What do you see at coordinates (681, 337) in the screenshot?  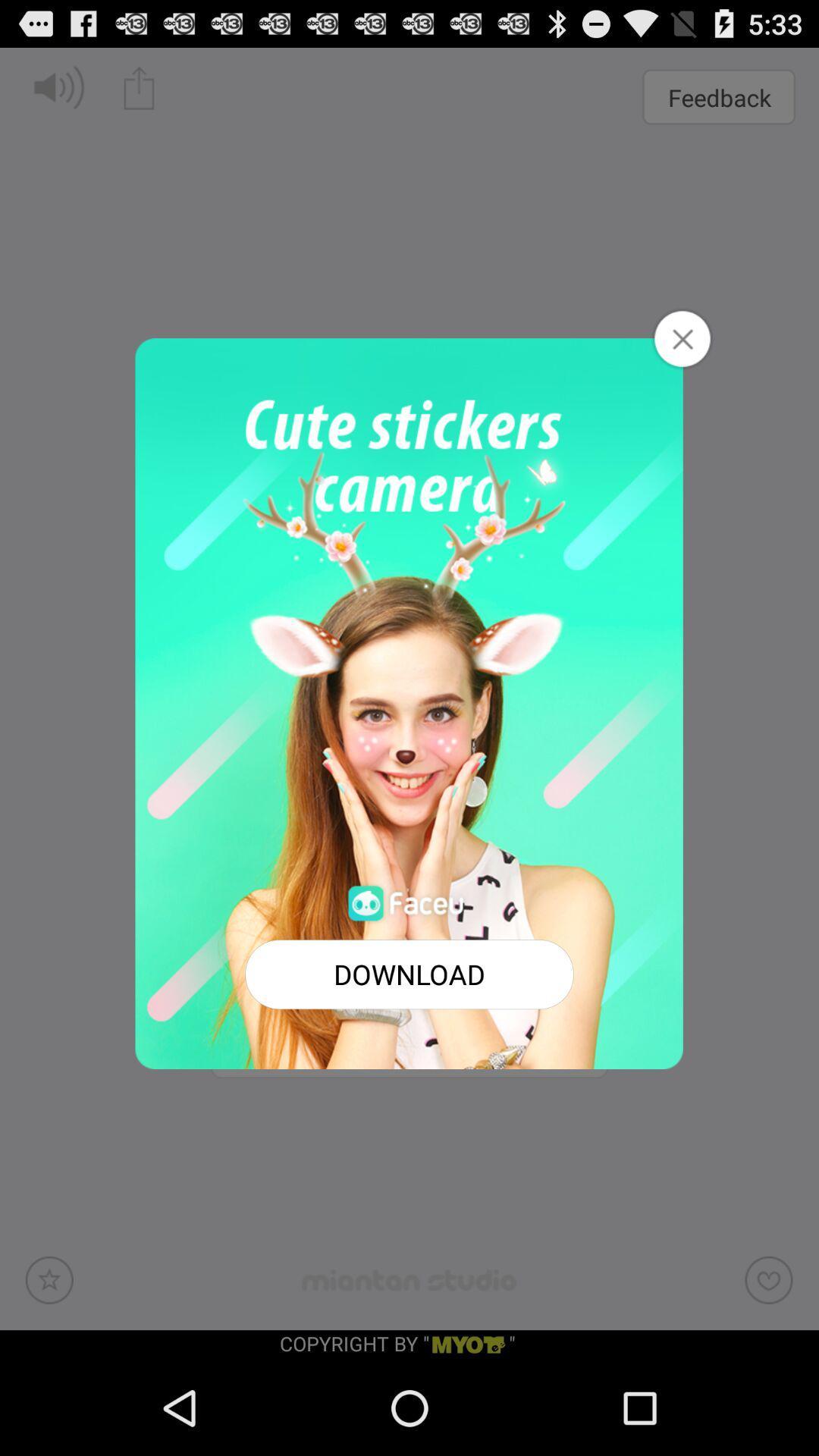 I see `the icon at the top right corner` at bounding box center [681, 337].